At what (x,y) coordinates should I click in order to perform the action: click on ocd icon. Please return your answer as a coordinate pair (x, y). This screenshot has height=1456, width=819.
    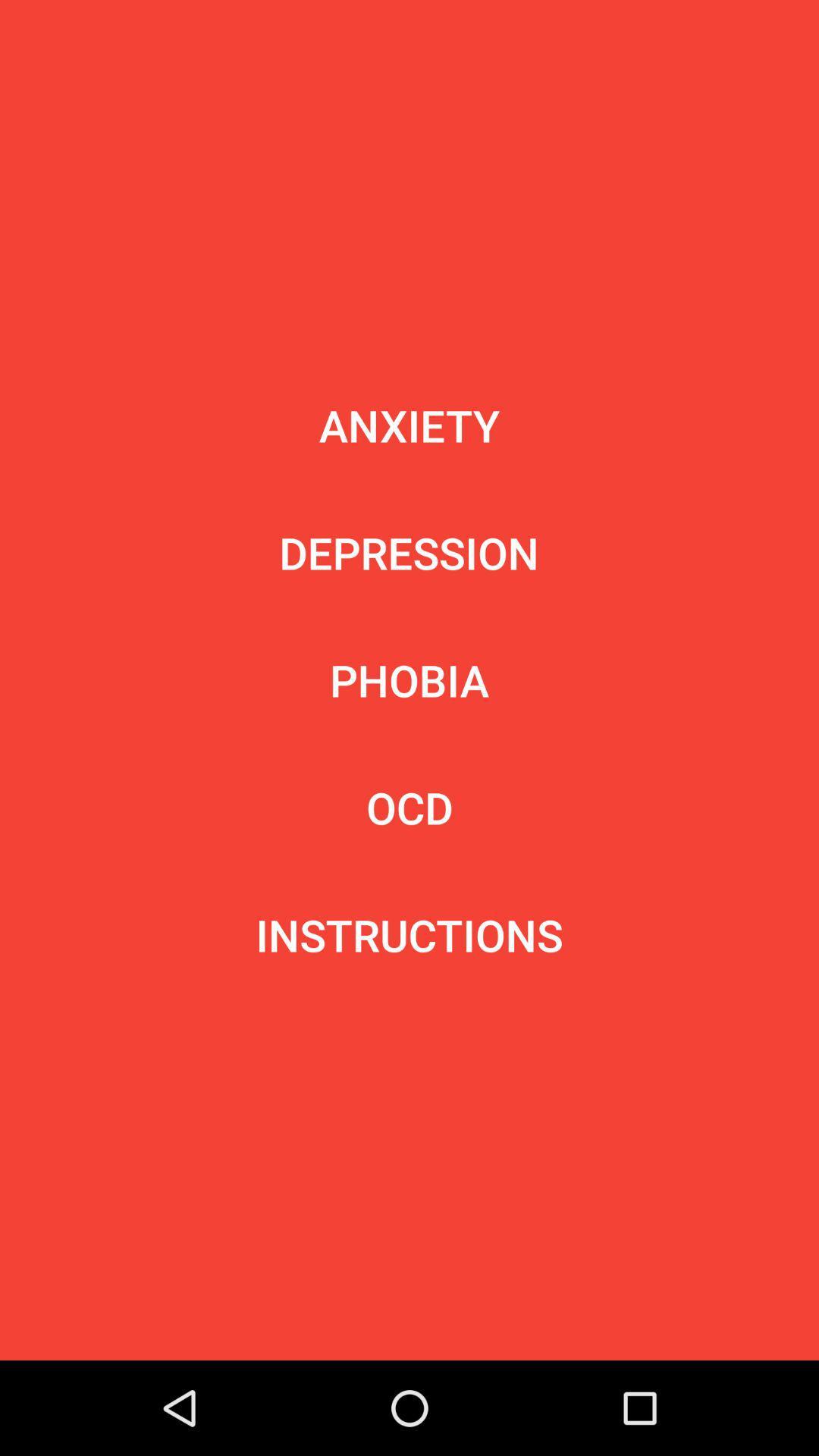
    Looking at the image, I should click on (409, 807).